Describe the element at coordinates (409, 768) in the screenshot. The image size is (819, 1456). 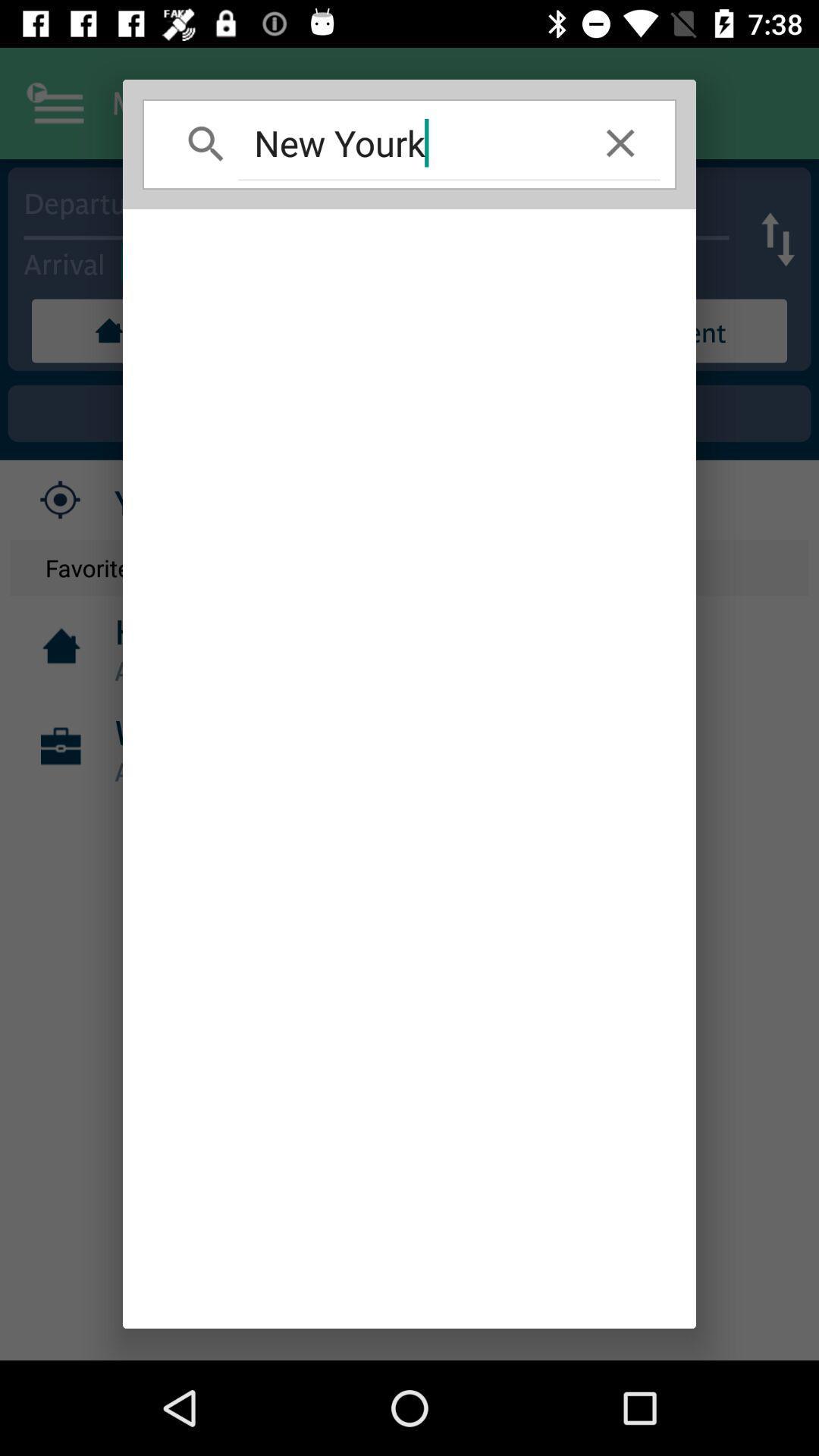
I see `item at the center` at that location.